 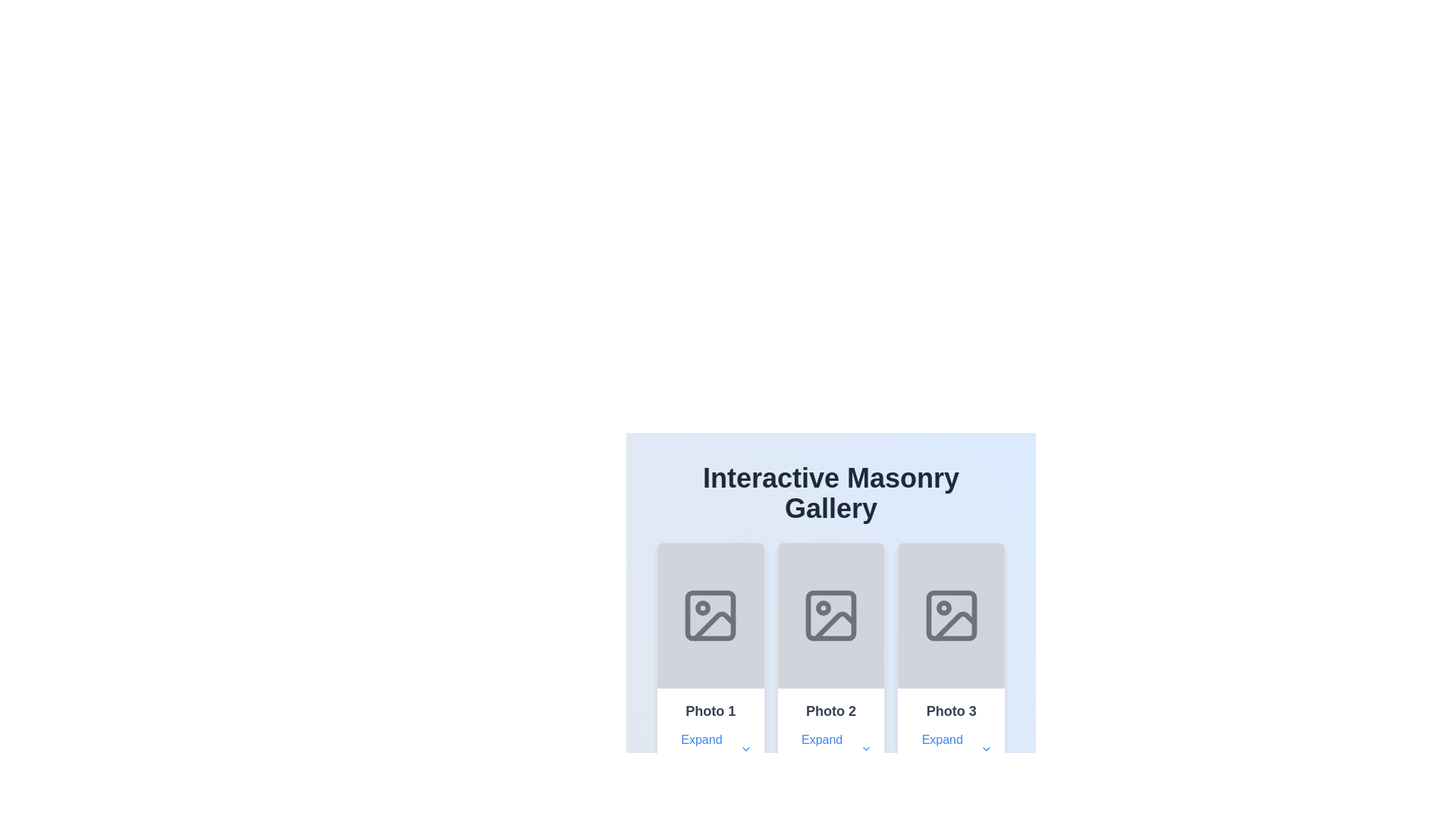 I want to click on the icon positioned to the right of the text 'Expand Details' in the bottom-middle portion of the card under 'Interactive Masonry Gallery', so click(x=745, y=748).